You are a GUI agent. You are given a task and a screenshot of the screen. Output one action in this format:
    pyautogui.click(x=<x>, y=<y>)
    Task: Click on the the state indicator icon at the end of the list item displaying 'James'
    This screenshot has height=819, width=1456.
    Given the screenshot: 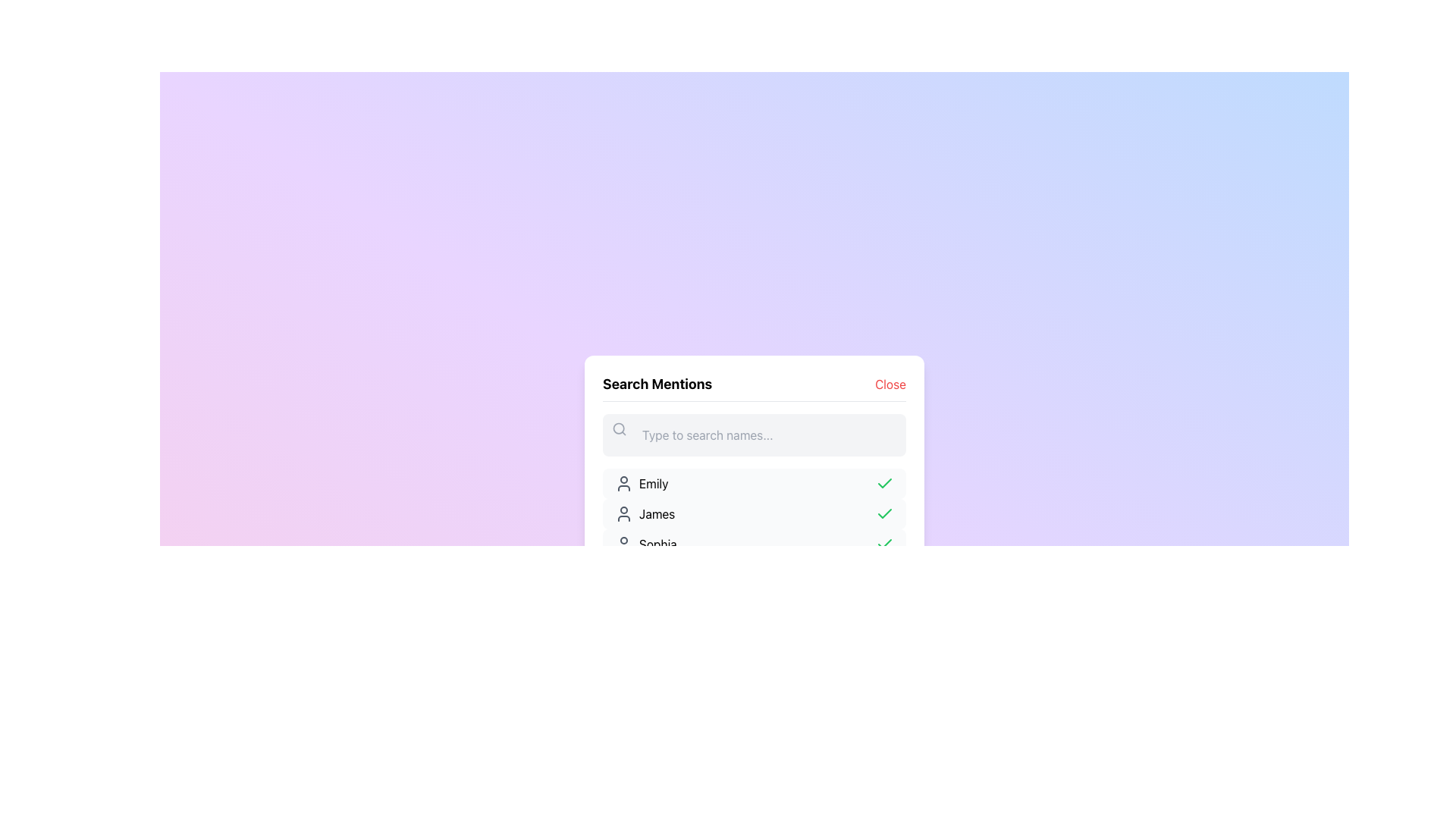 What is the action you would take?
    pyautogui.click(x=884, y=513)
    